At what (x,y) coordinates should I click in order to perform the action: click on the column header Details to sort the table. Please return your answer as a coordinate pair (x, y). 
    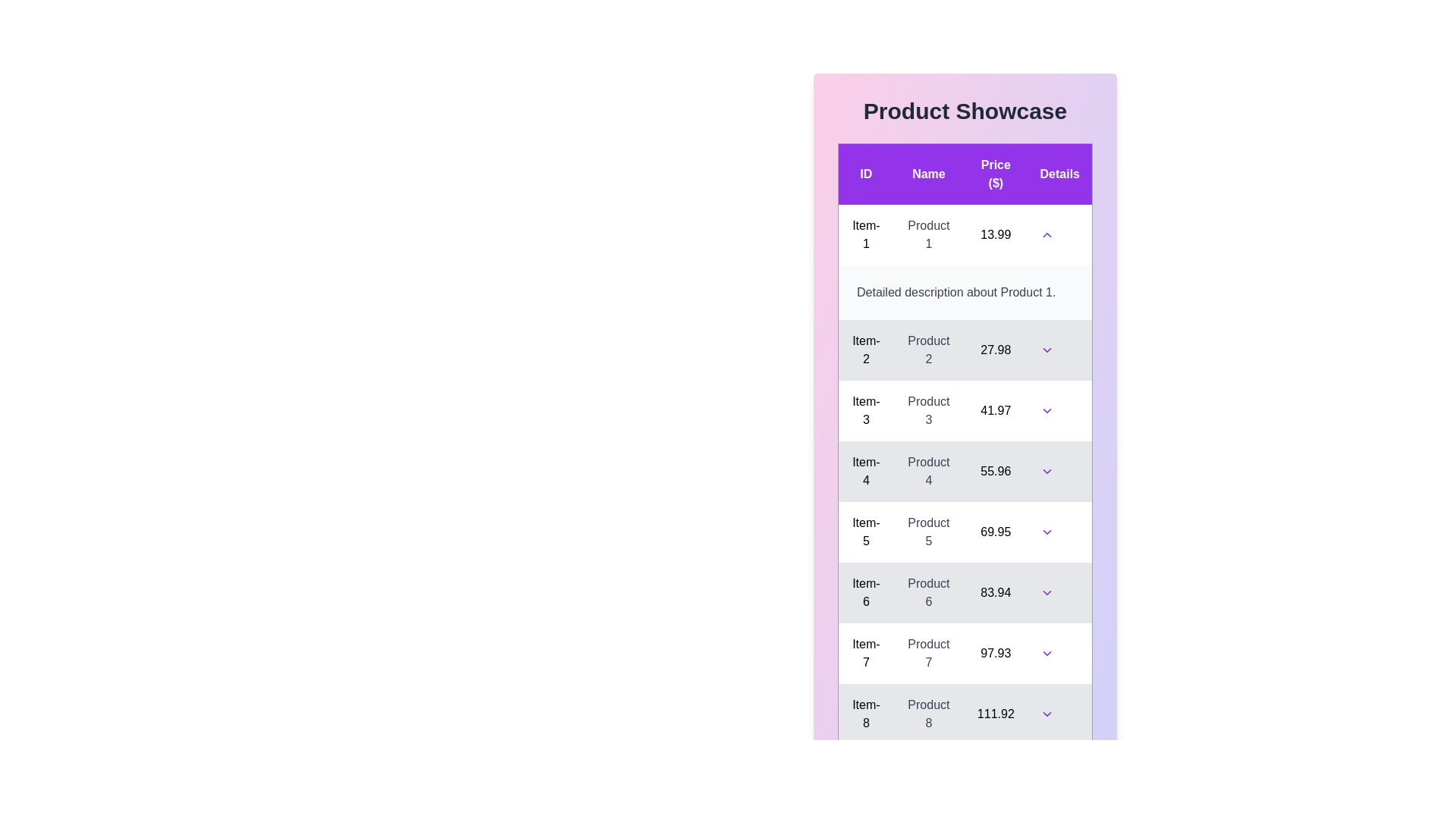
    Looking at the image, I should click on (1059, 173).